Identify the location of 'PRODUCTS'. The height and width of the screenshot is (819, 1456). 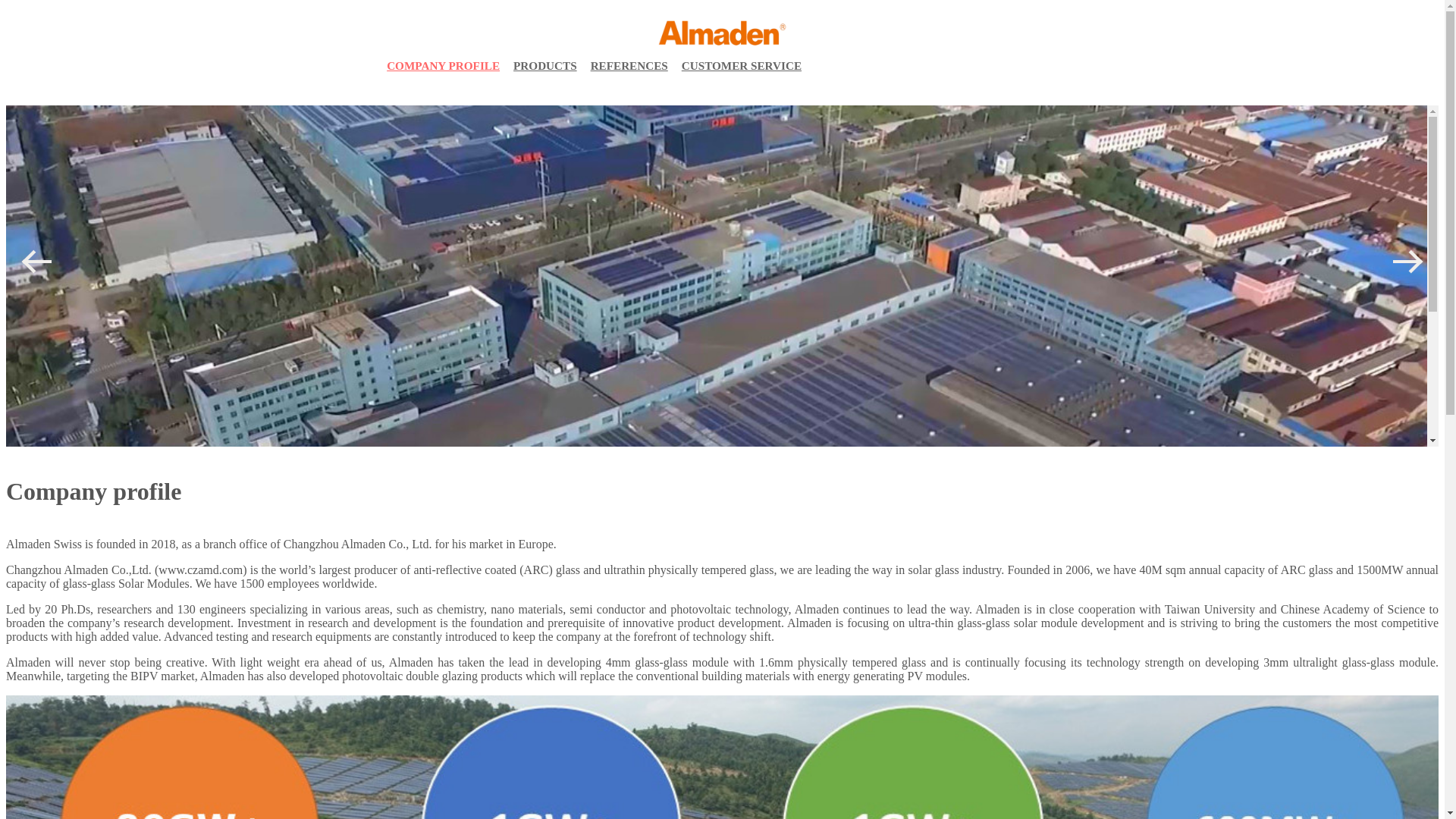
(545, 65).